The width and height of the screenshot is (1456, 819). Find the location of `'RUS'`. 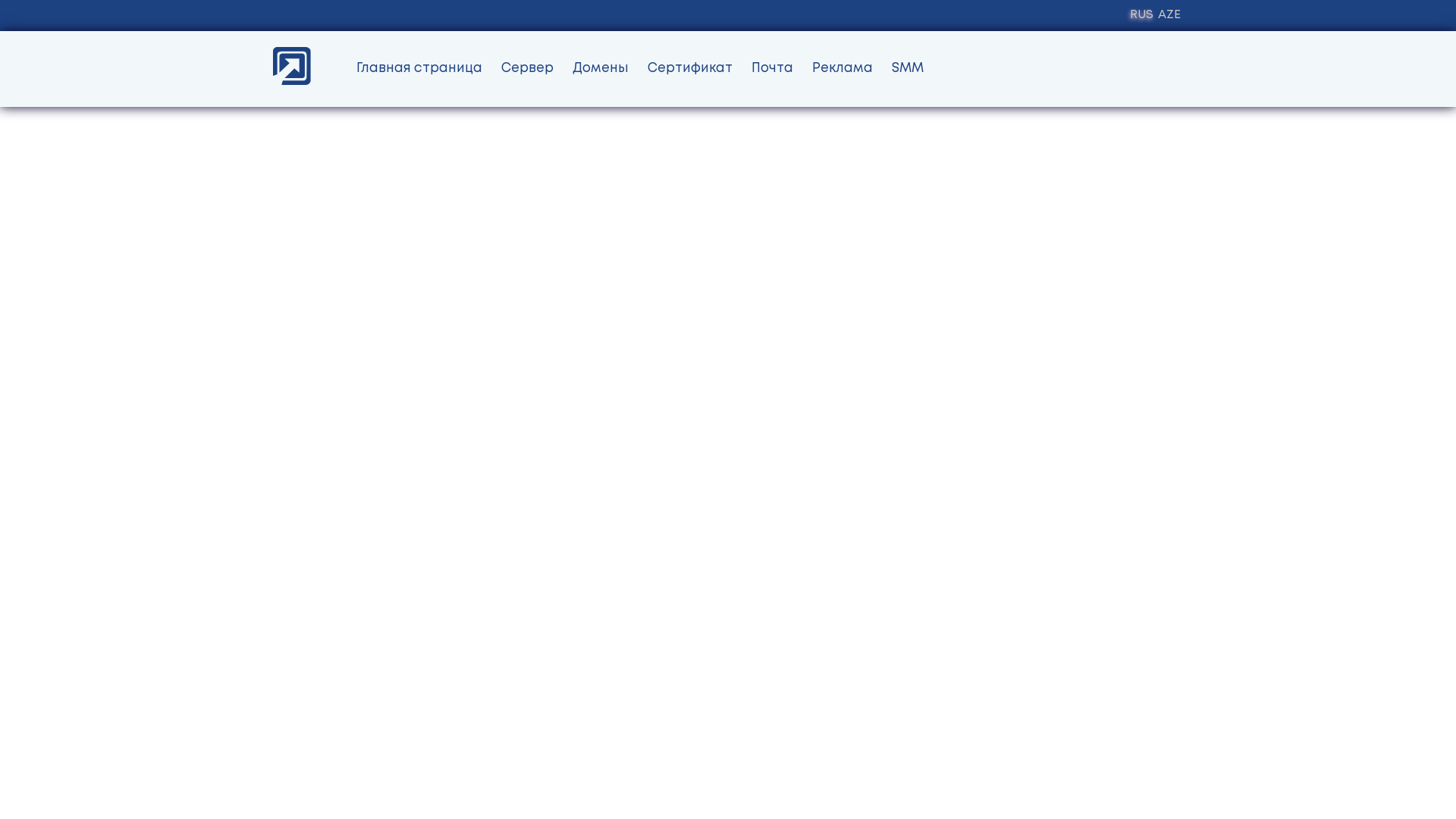

'RUS' is located at coordinates (1141, 14).